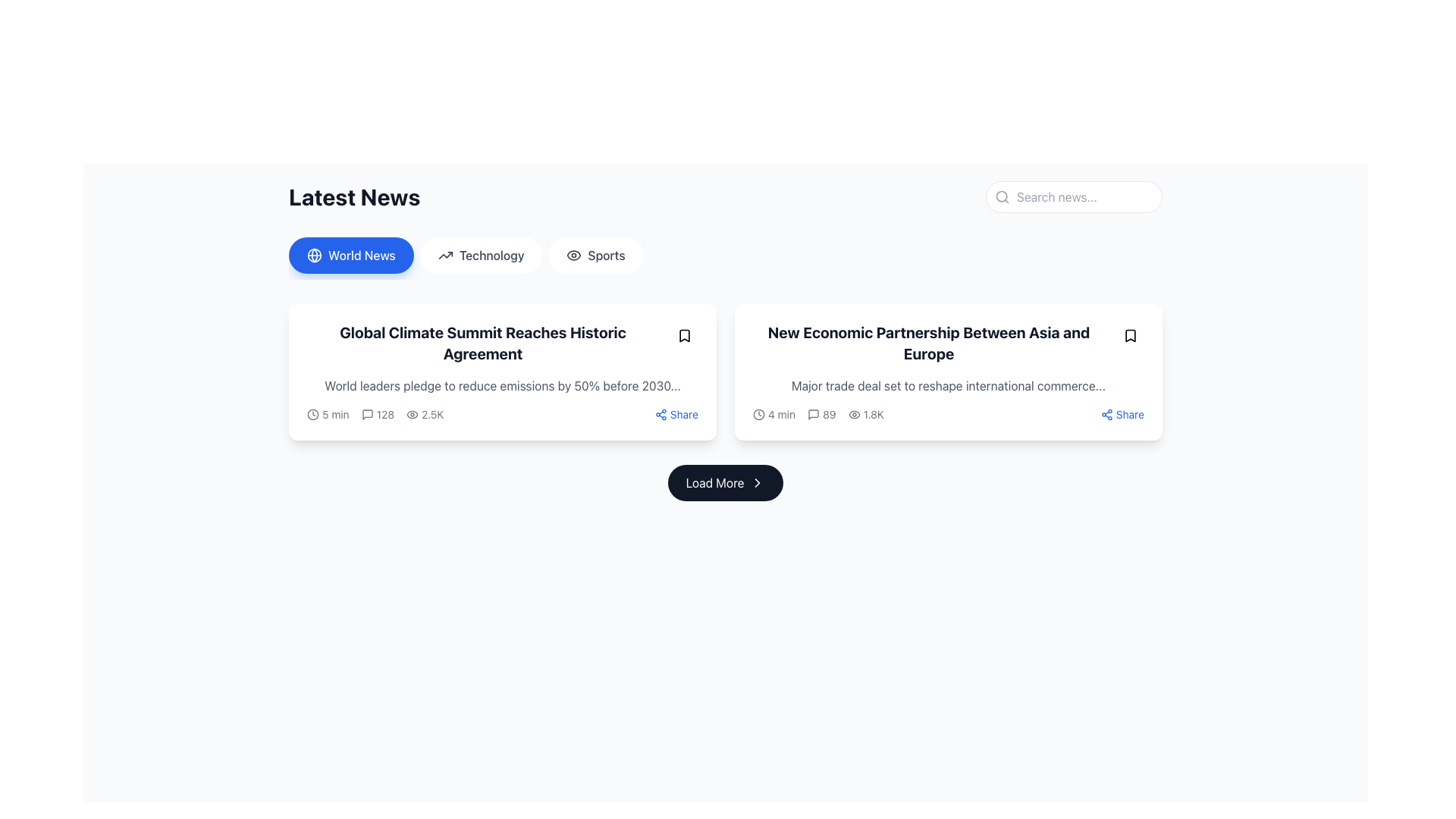 This screenshot has width=1456, height=819. I want to click on the small polygonal shape within the SVG icon that represents an upward trend or graph, located in the middle-right portion of the layout, so click(444, 254).